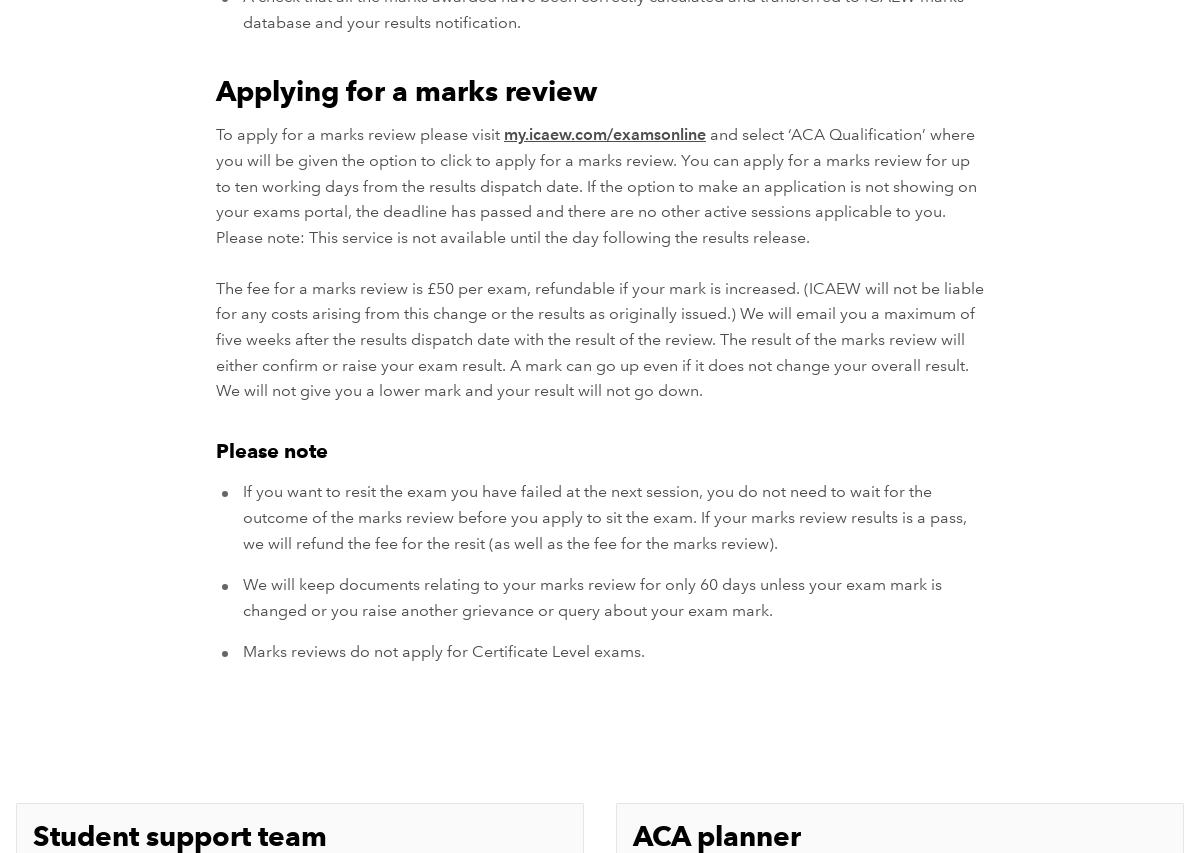 Image resolution: width=1200 pixels, height=853 pixels. Describe the element at coordinates (242, 596) in the screenshot. I see `'We will keep documents relating to your marks review for only 60 days unless your exam mark is changed or you raise another grievance or query about your exam mark.'` at that location.